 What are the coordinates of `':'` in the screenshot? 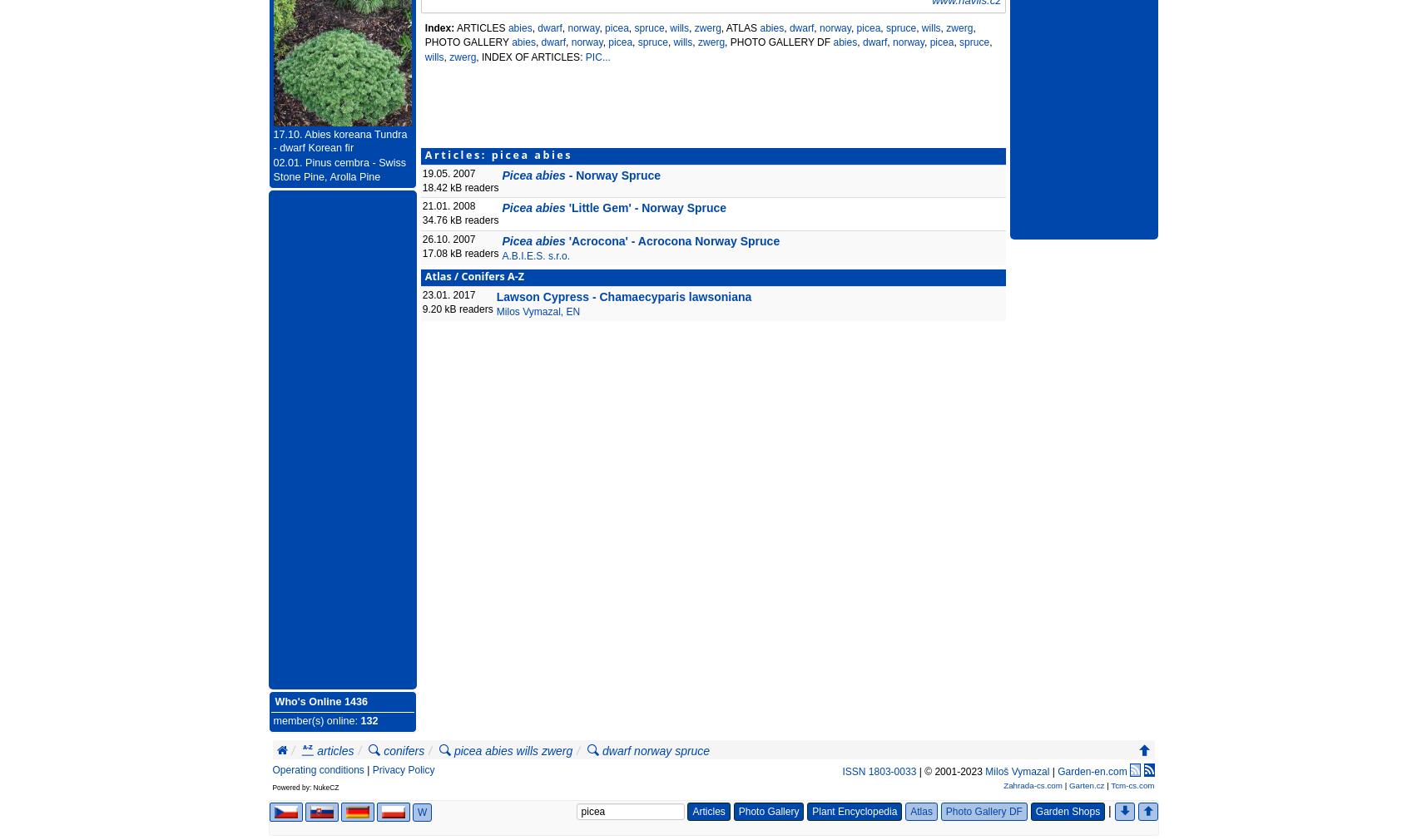 It's located at (355, 720).